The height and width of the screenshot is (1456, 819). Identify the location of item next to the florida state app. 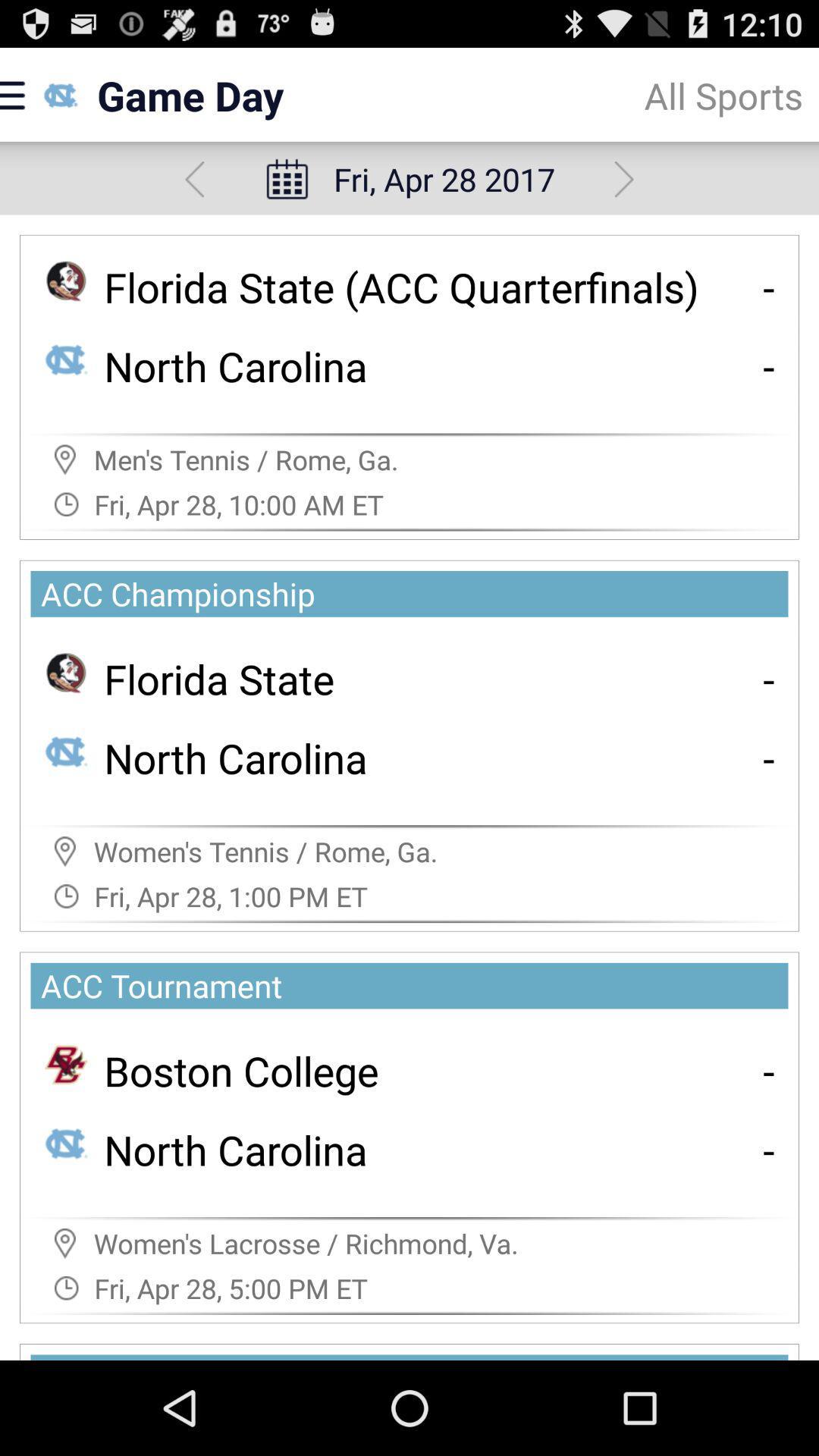
(769, 678).